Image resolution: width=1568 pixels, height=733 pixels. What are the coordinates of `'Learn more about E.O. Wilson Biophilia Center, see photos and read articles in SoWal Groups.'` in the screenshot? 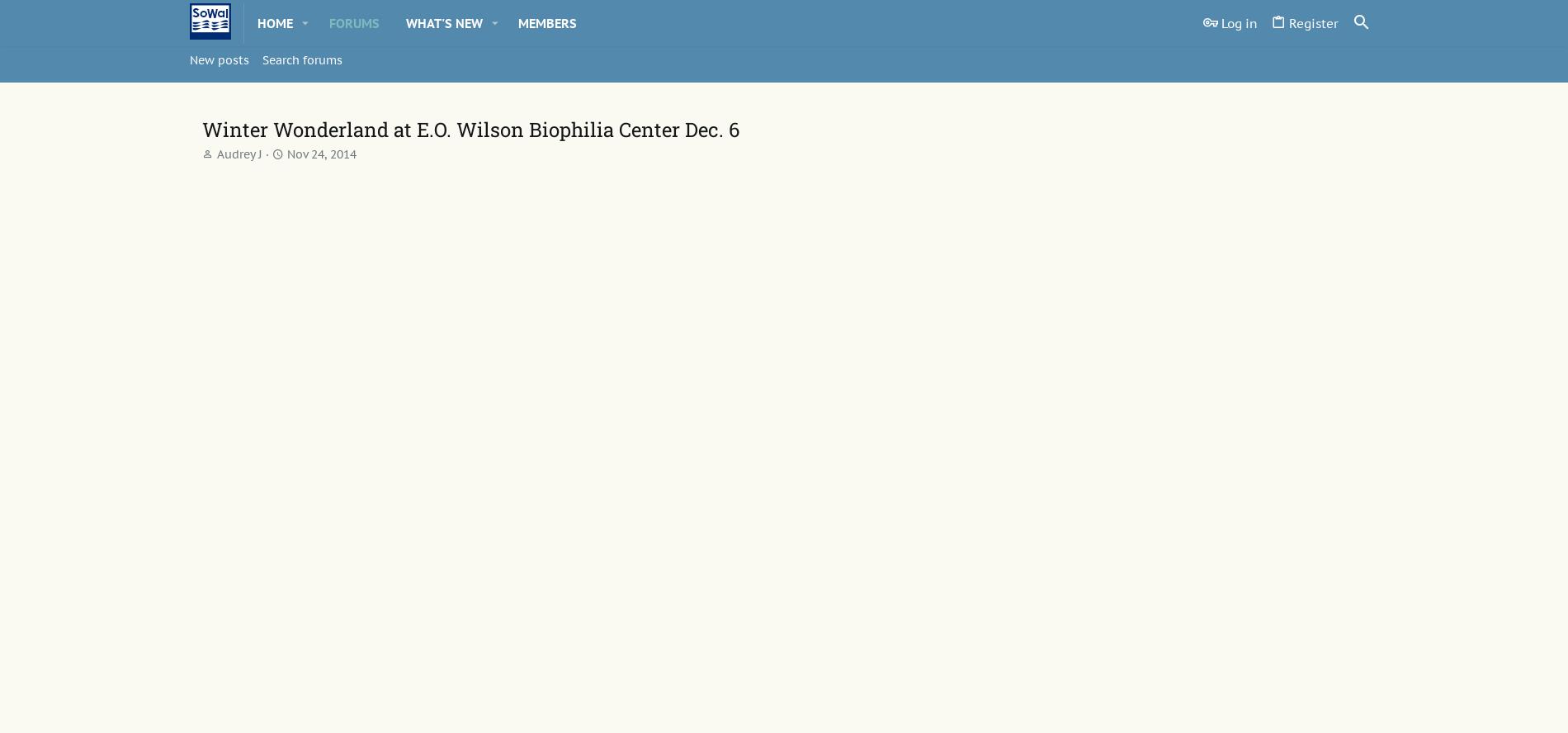 It's located at (588, 611).